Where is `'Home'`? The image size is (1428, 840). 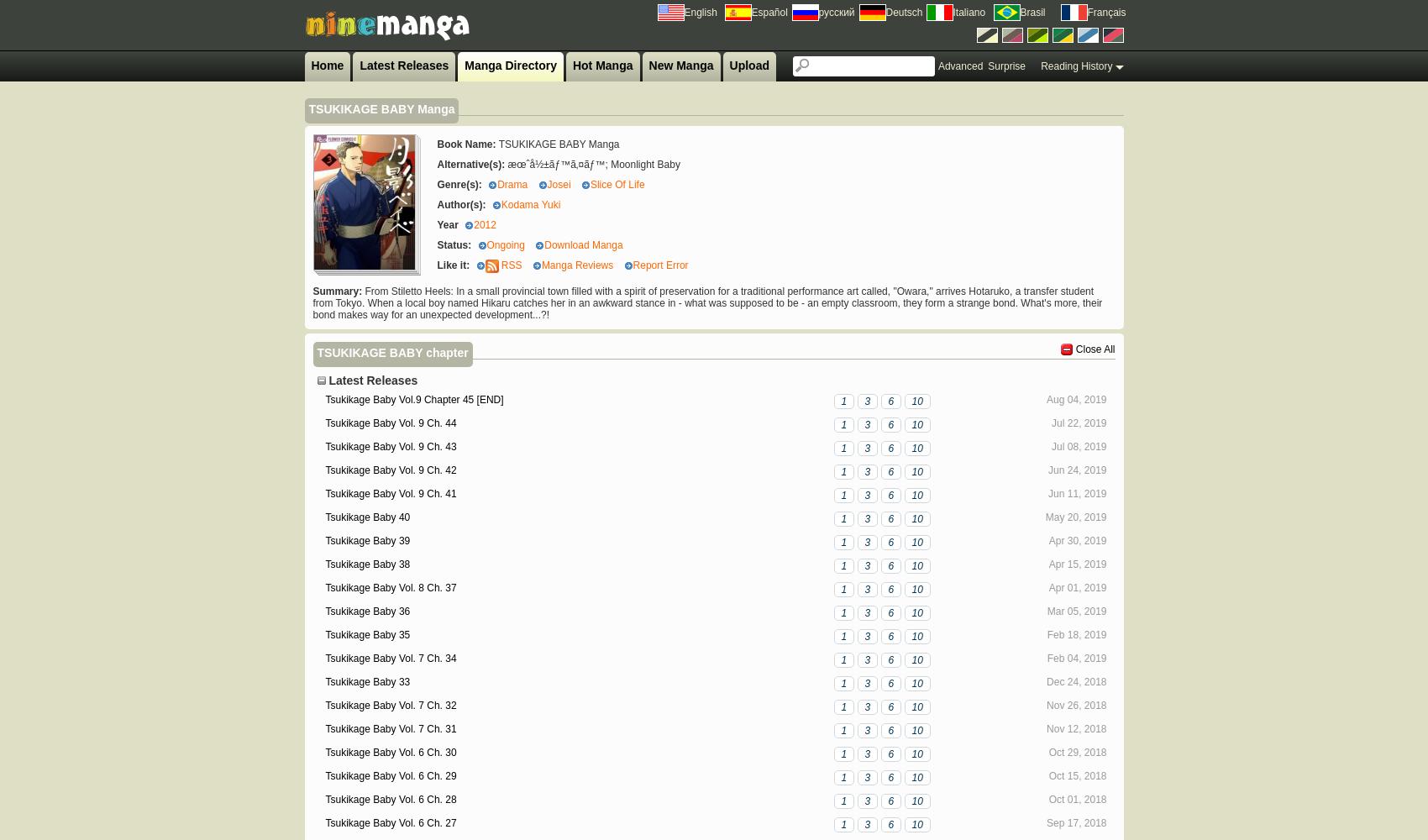 'Home' is located at coordinates (326, 65).